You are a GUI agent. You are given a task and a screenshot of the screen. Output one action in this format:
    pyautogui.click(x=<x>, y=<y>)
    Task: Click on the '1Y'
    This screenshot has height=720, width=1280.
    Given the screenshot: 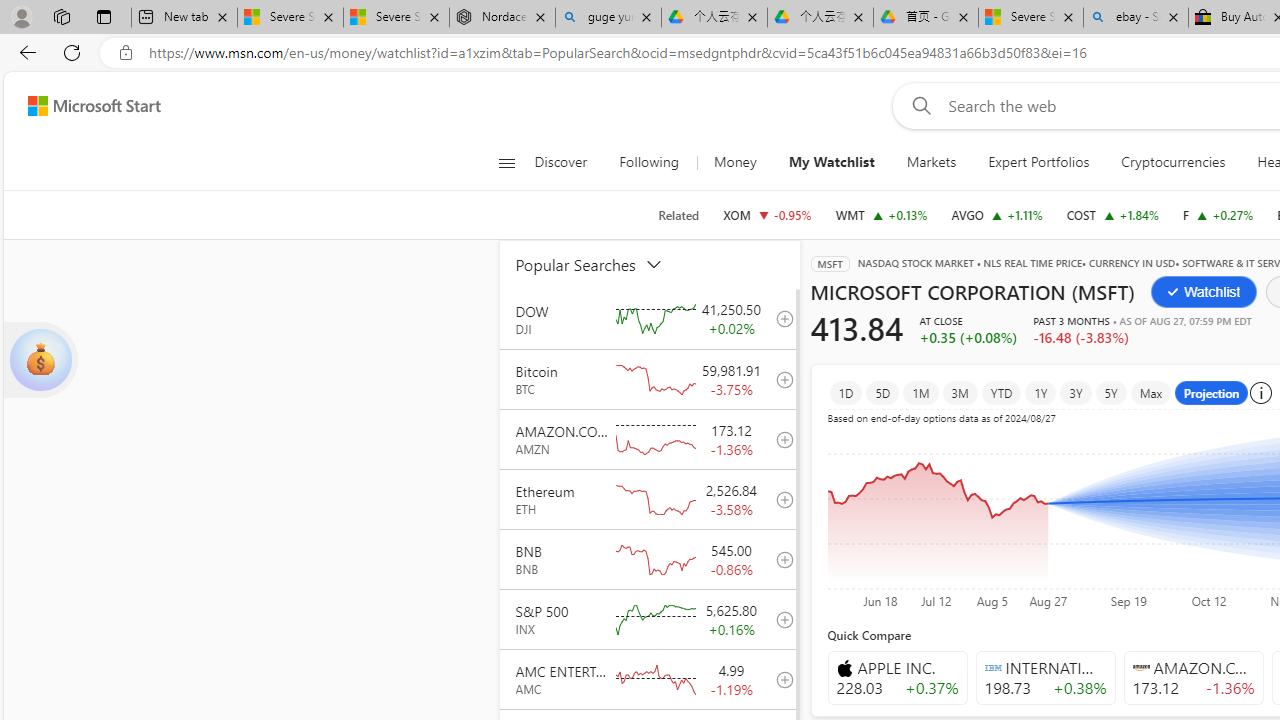 What is the action you would take?
    pyautogui.click(x=1040, y=392)
    